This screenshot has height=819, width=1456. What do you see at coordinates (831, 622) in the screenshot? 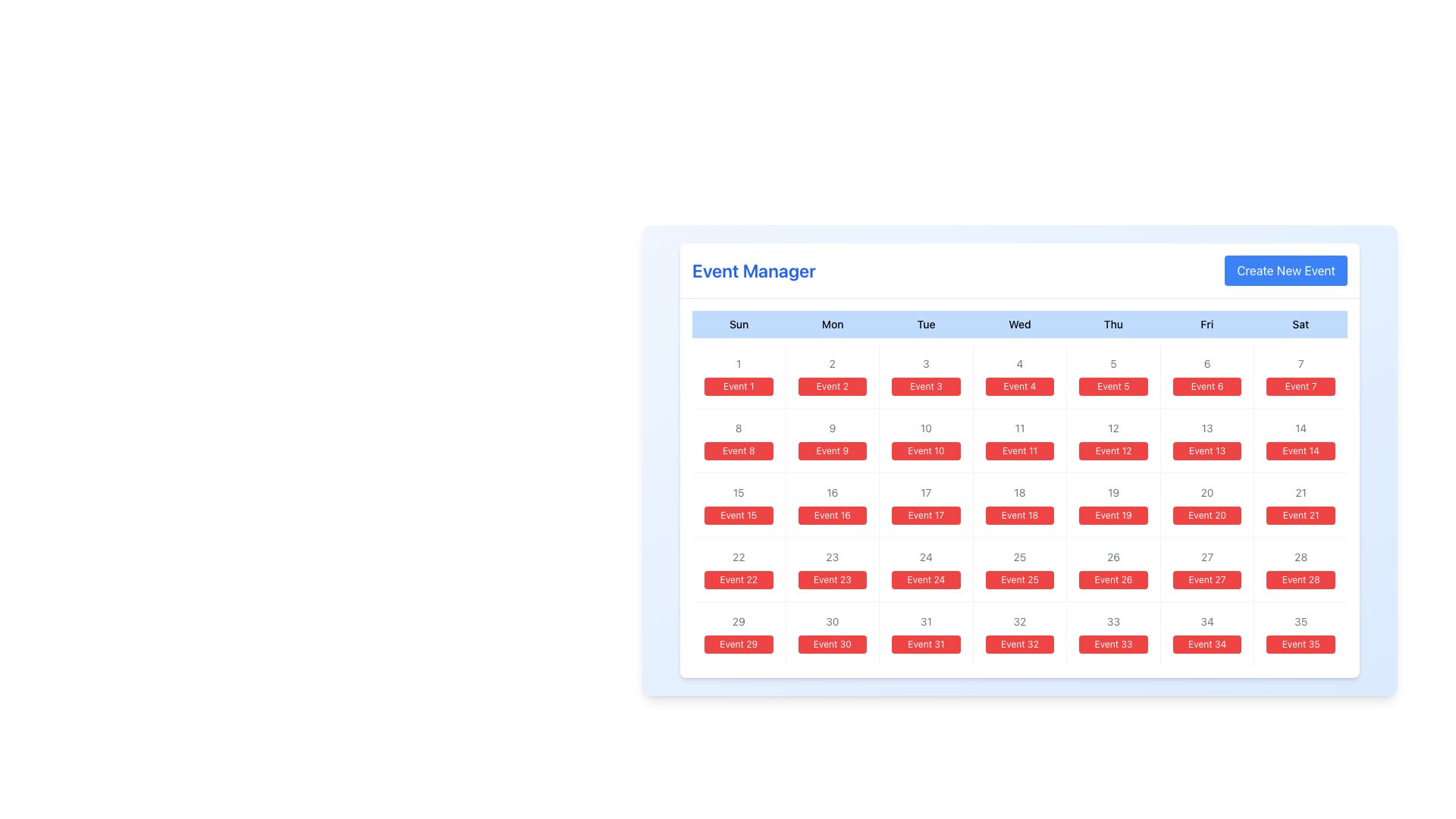
I see `numerical text '30' displayed in gray font above the red button labeled 'Event 30' in the calendar interface` at bounding box center [831, 622].